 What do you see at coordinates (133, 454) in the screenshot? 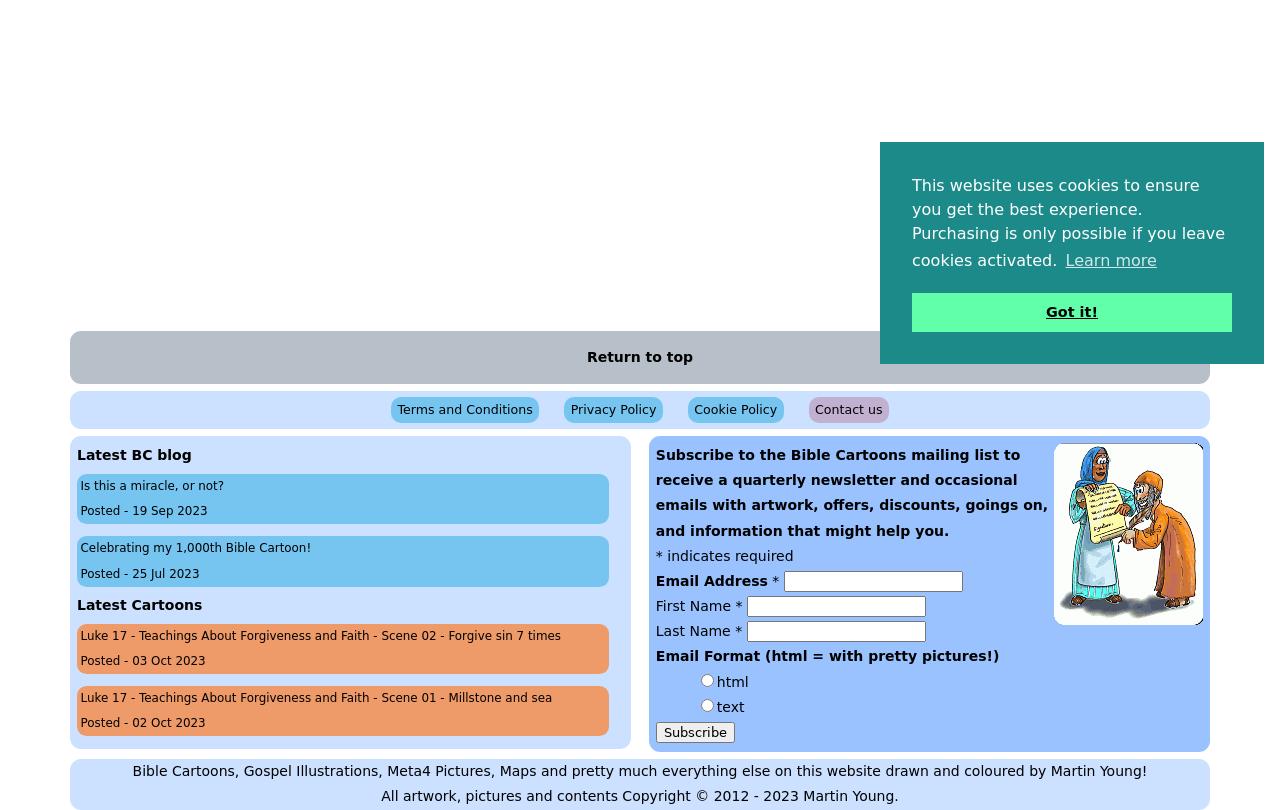
I see `'Latest BC blog'` at bounding box center [133, 454].